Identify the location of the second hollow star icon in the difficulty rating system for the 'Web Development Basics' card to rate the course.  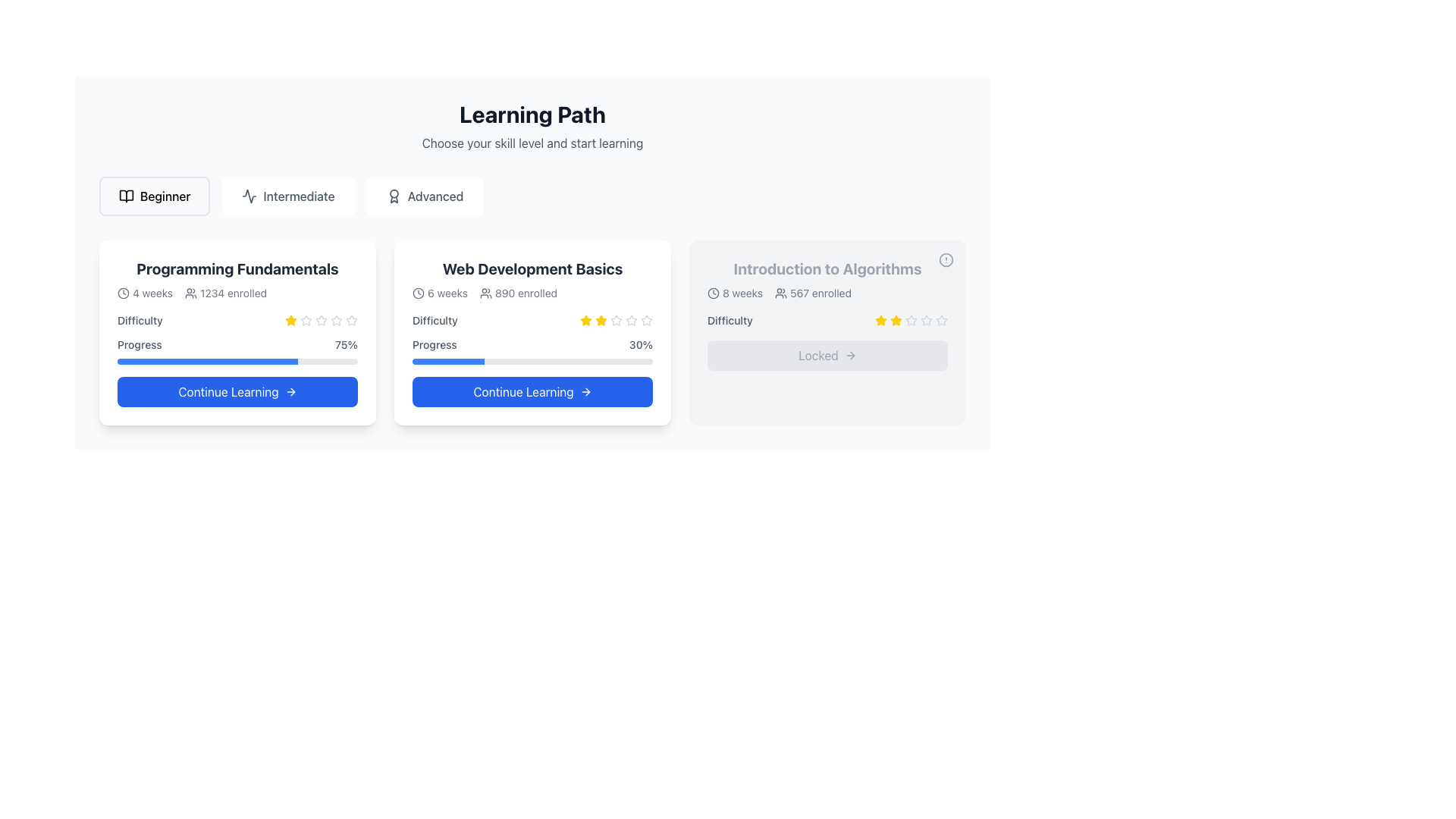
(632, 319).